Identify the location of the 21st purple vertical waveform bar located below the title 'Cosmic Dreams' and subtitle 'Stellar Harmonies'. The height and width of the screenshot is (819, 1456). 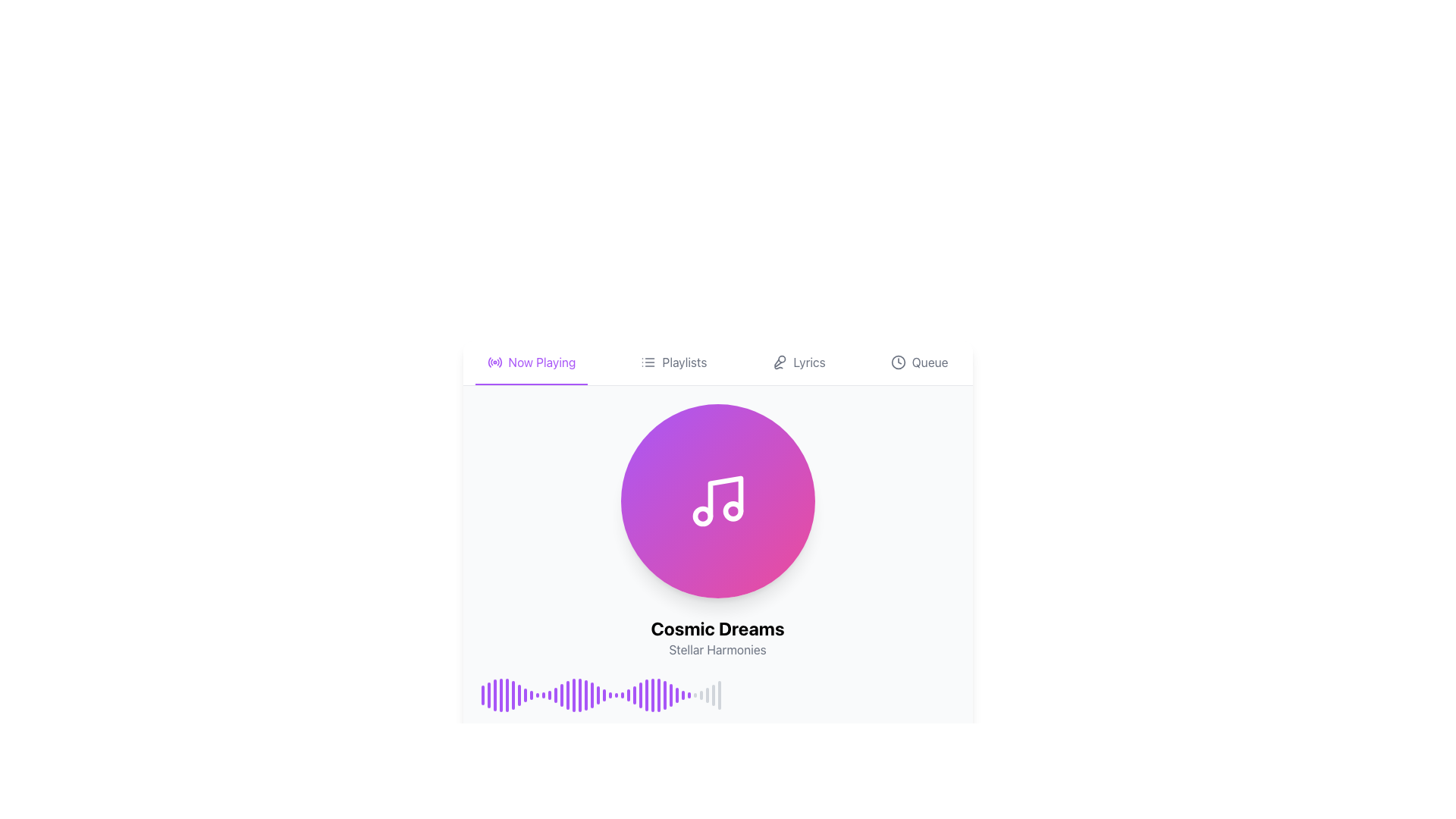
(603, 695).